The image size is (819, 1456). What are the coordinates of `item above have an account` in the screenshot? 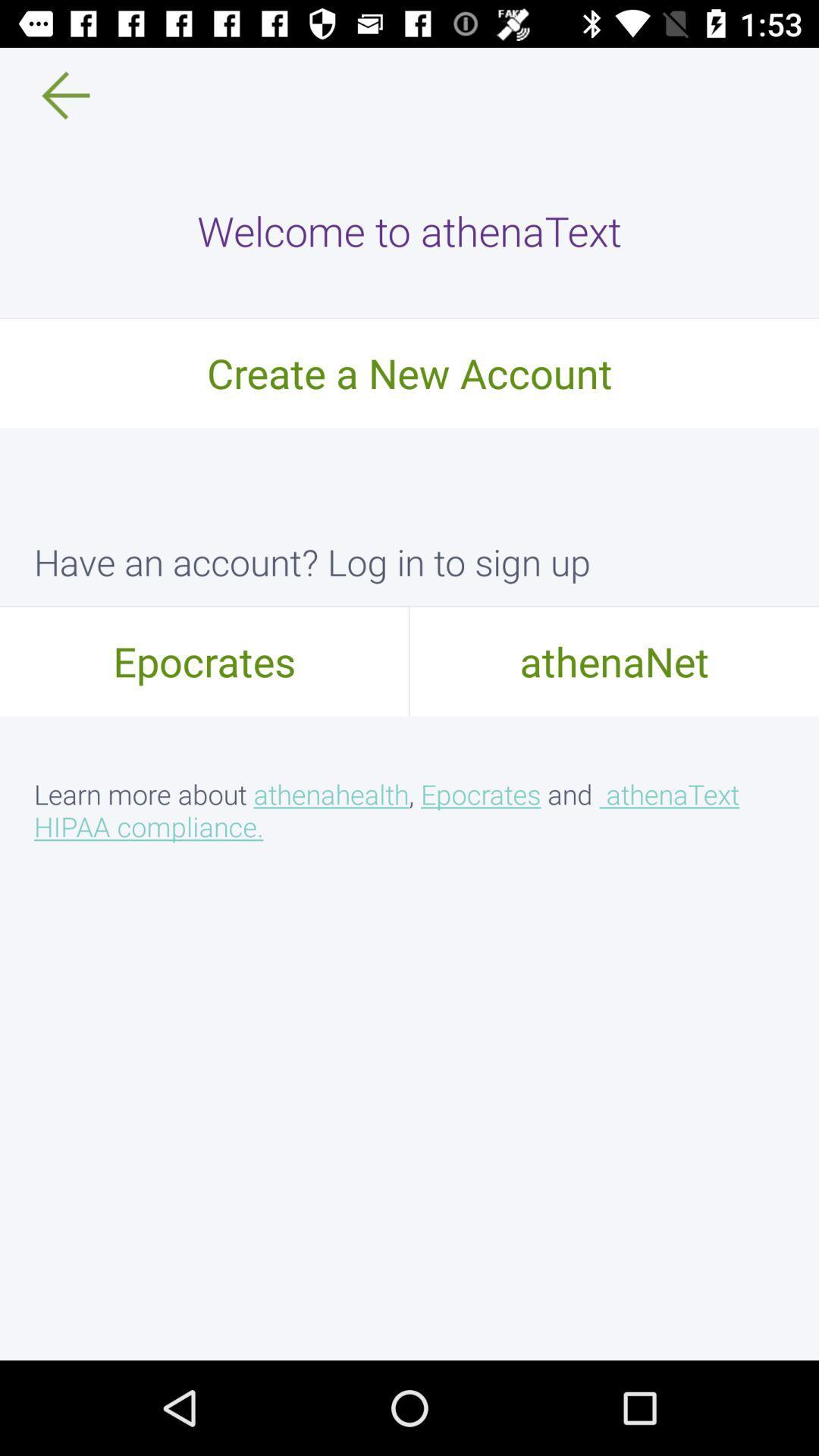 It's located at (409, 372).